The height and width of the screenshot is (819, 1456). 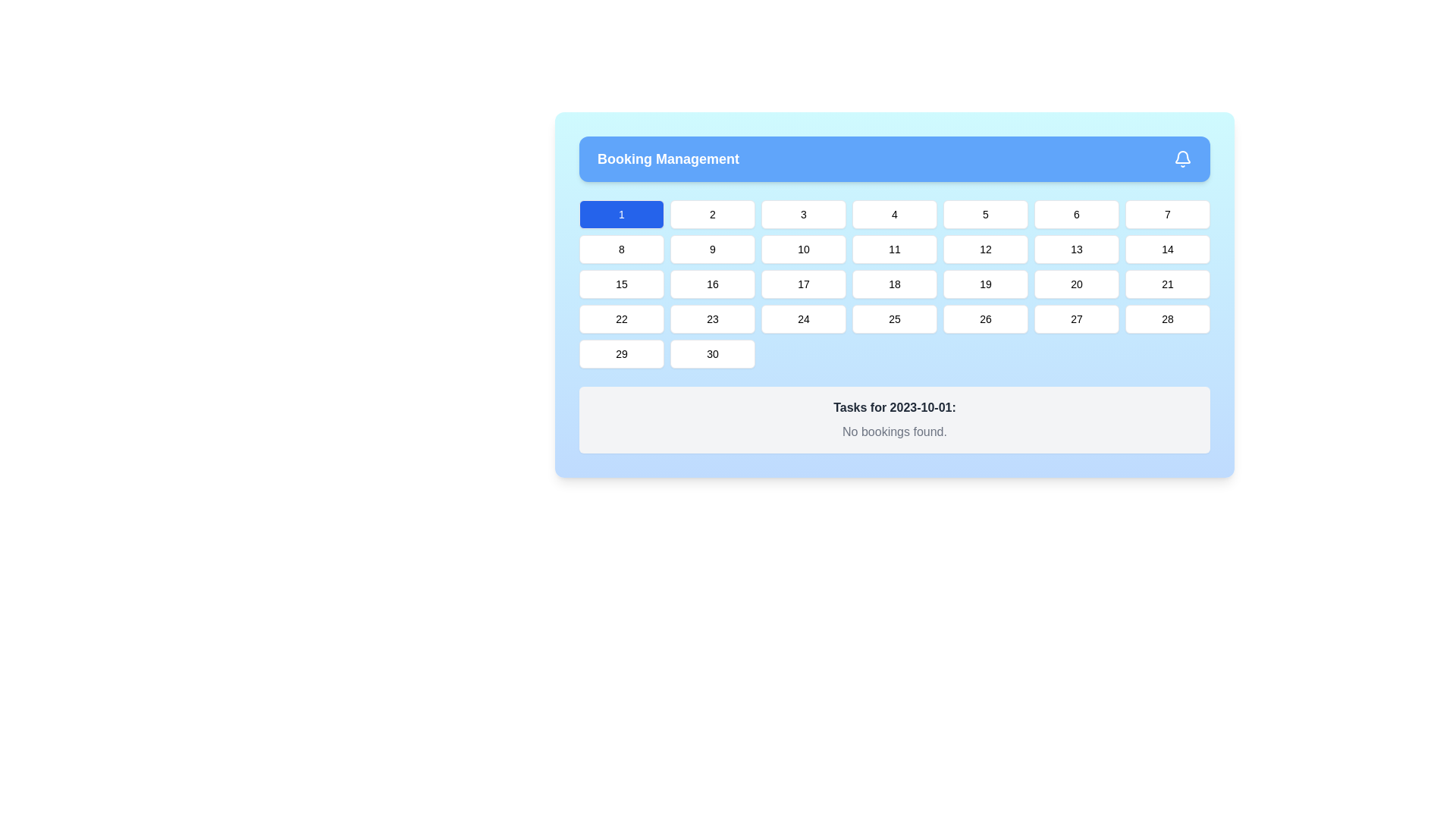 What do you see at coordinates (712, 284) in the screenshot?
I see `the interactive button for selecting the date (16th) in the calendar interface, located in the third row and second column of the grid` at bounding box center [712, 284].